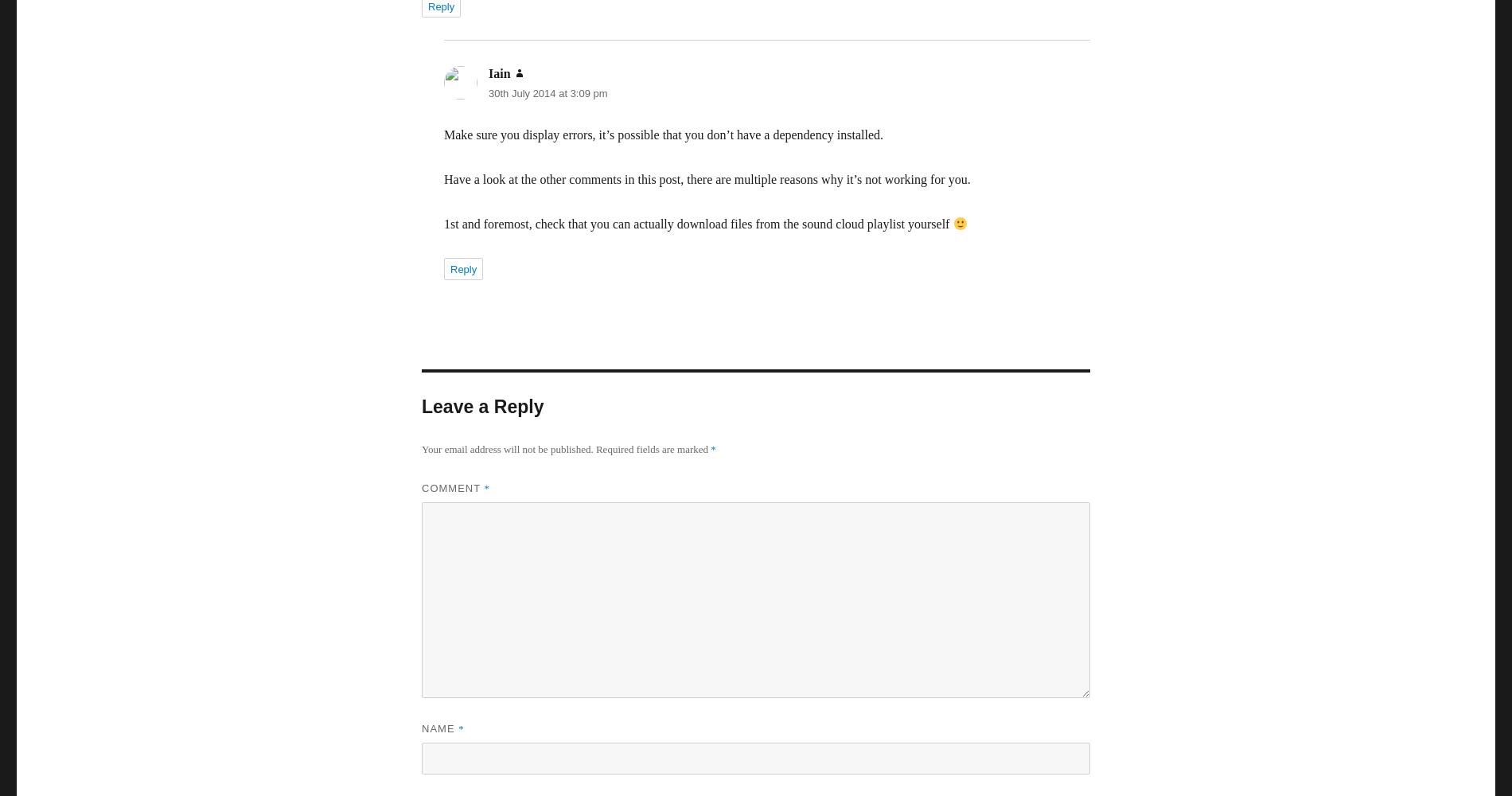  Describe the element at coordinates (440, 728) in the screenshot. I see `'Name'` at that location.